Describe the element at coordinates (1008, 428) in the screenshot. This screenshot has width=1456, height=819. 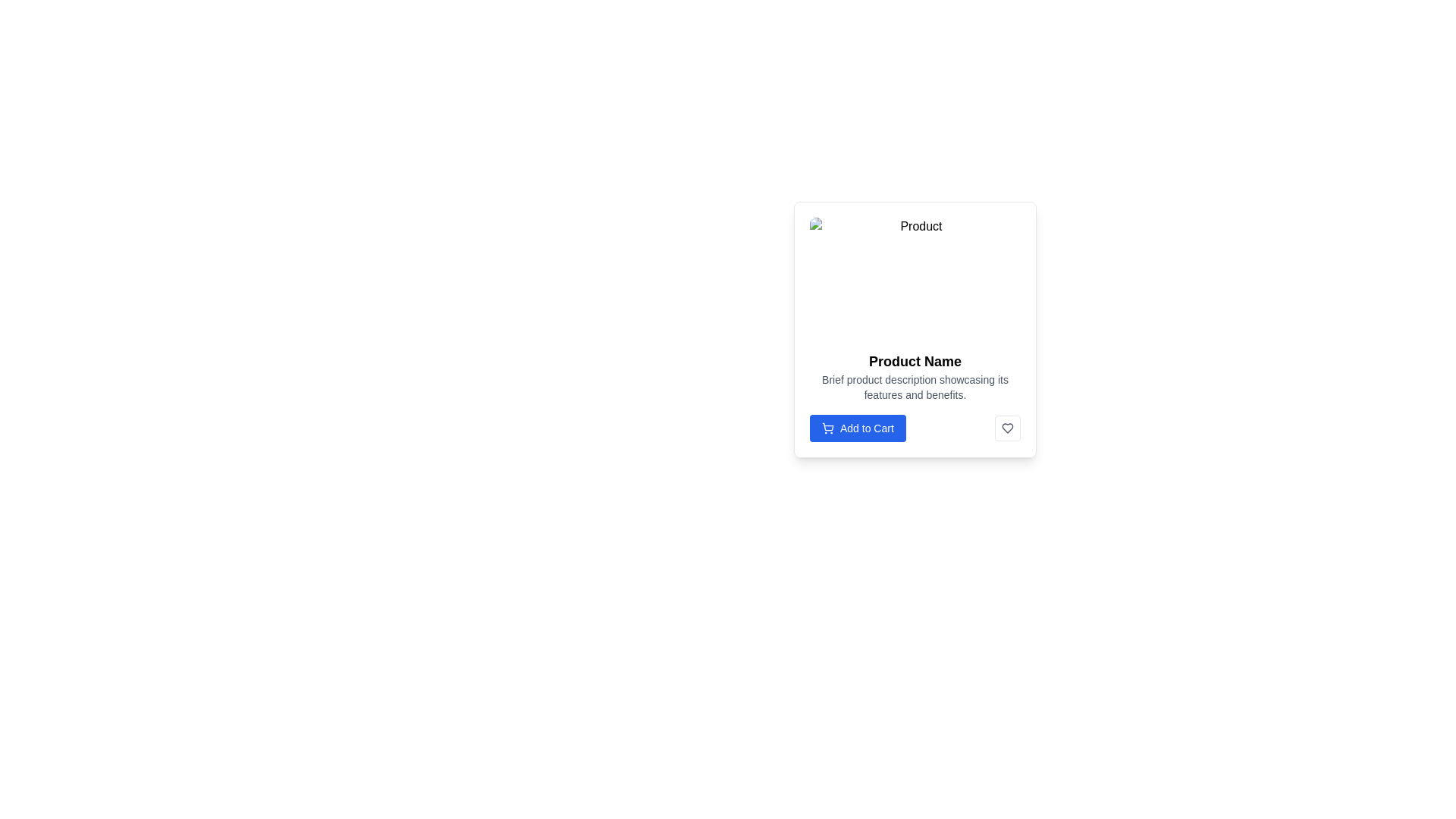
I see `the small, square button with a heart icon, which is located at the bottom right of the product description section` at that location.